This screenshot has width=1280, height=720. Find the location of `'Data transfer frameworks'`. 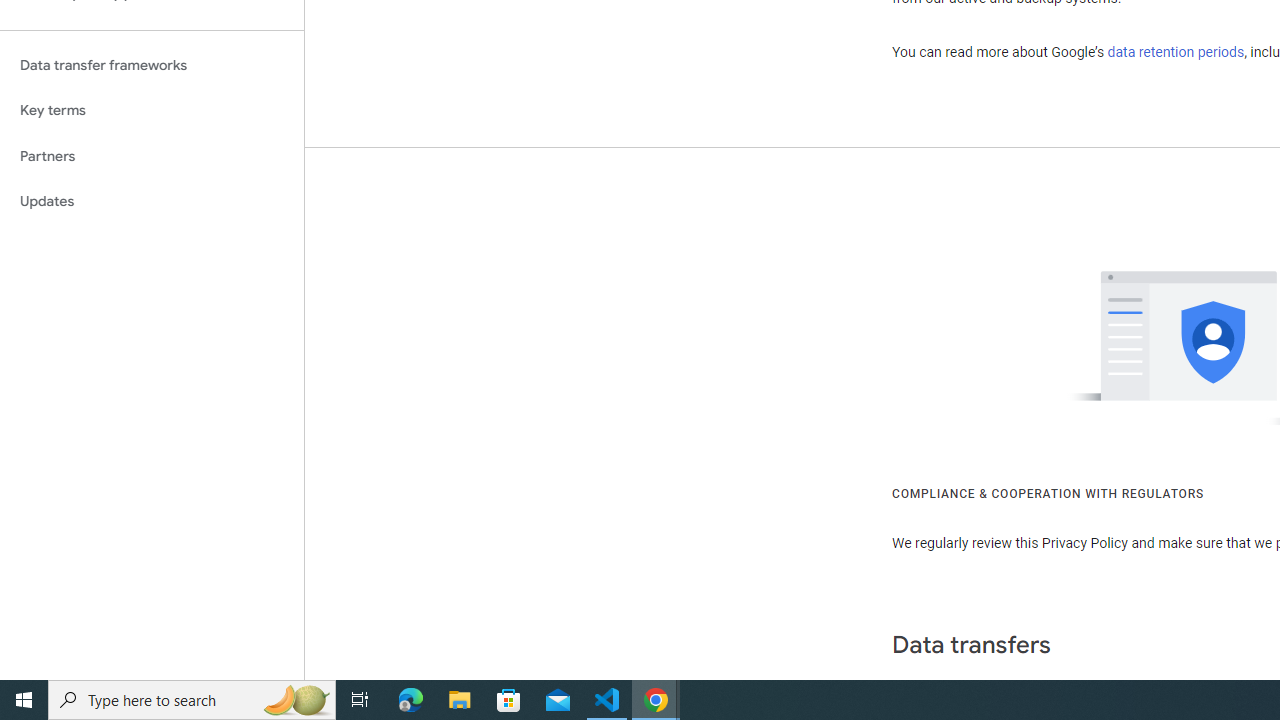

'Data transfer frameworks' is located at coordinates (151, 64).